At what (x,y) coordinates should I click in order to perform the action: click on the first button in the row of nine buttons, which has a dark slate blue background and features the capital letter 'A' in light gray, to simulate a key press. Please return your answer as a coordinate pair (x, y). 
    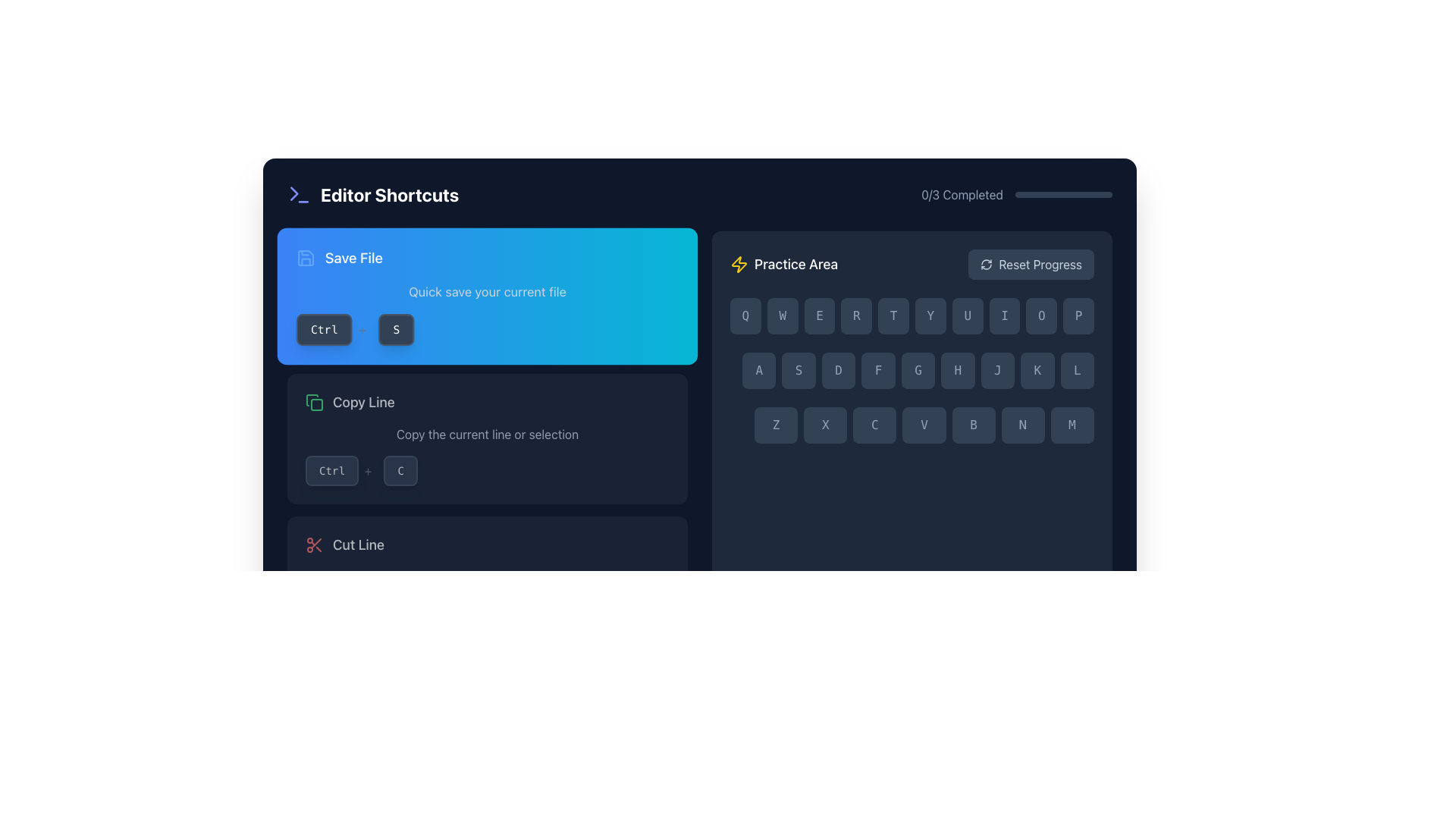
    Looking at the image, I should click on (759, 371).